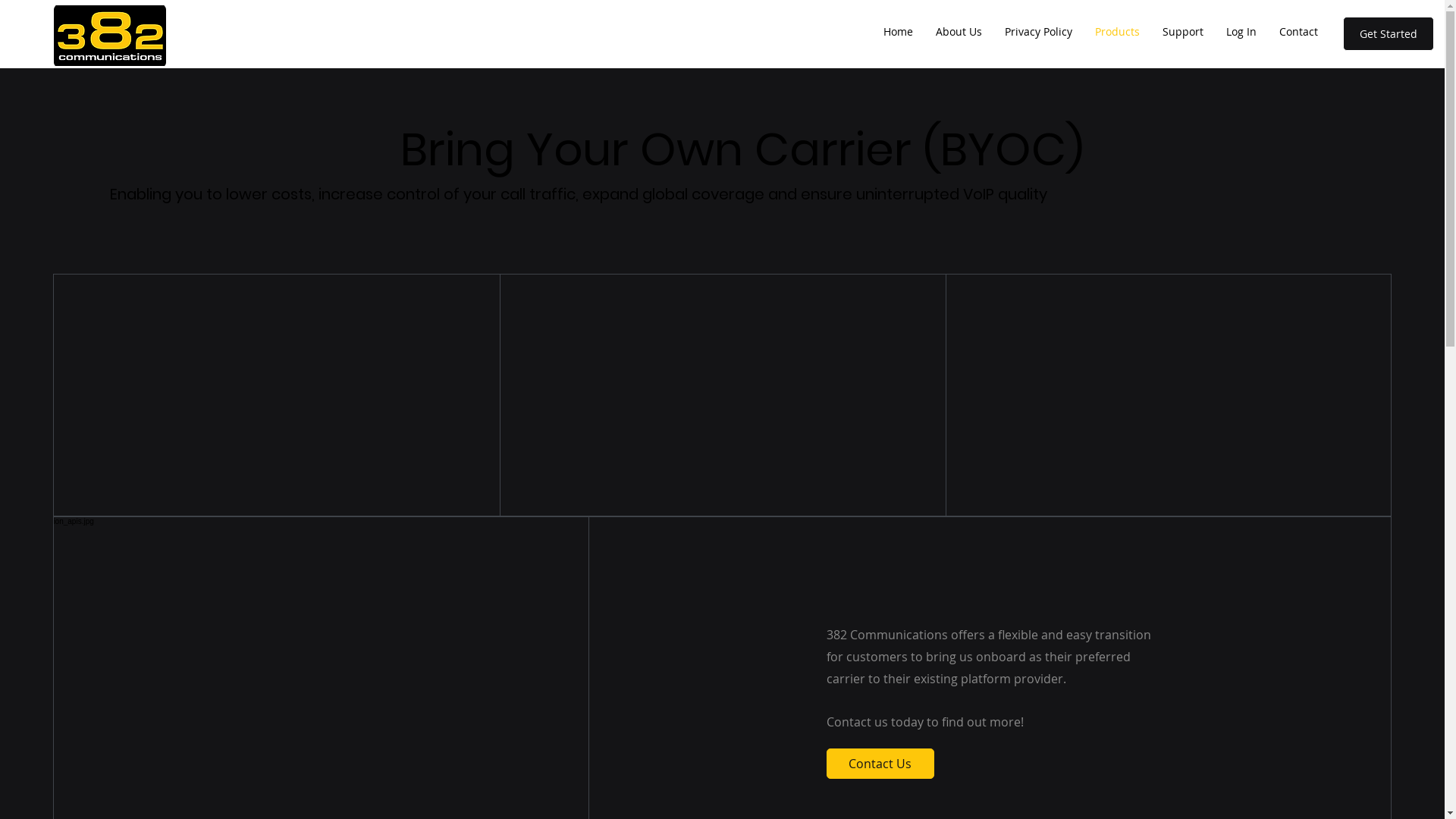 This screenshot has width=1456, height=819. What do you see at coordinates (872, 32) in the screenshot?
I see `'Home'` at bounding box center [872, 32].